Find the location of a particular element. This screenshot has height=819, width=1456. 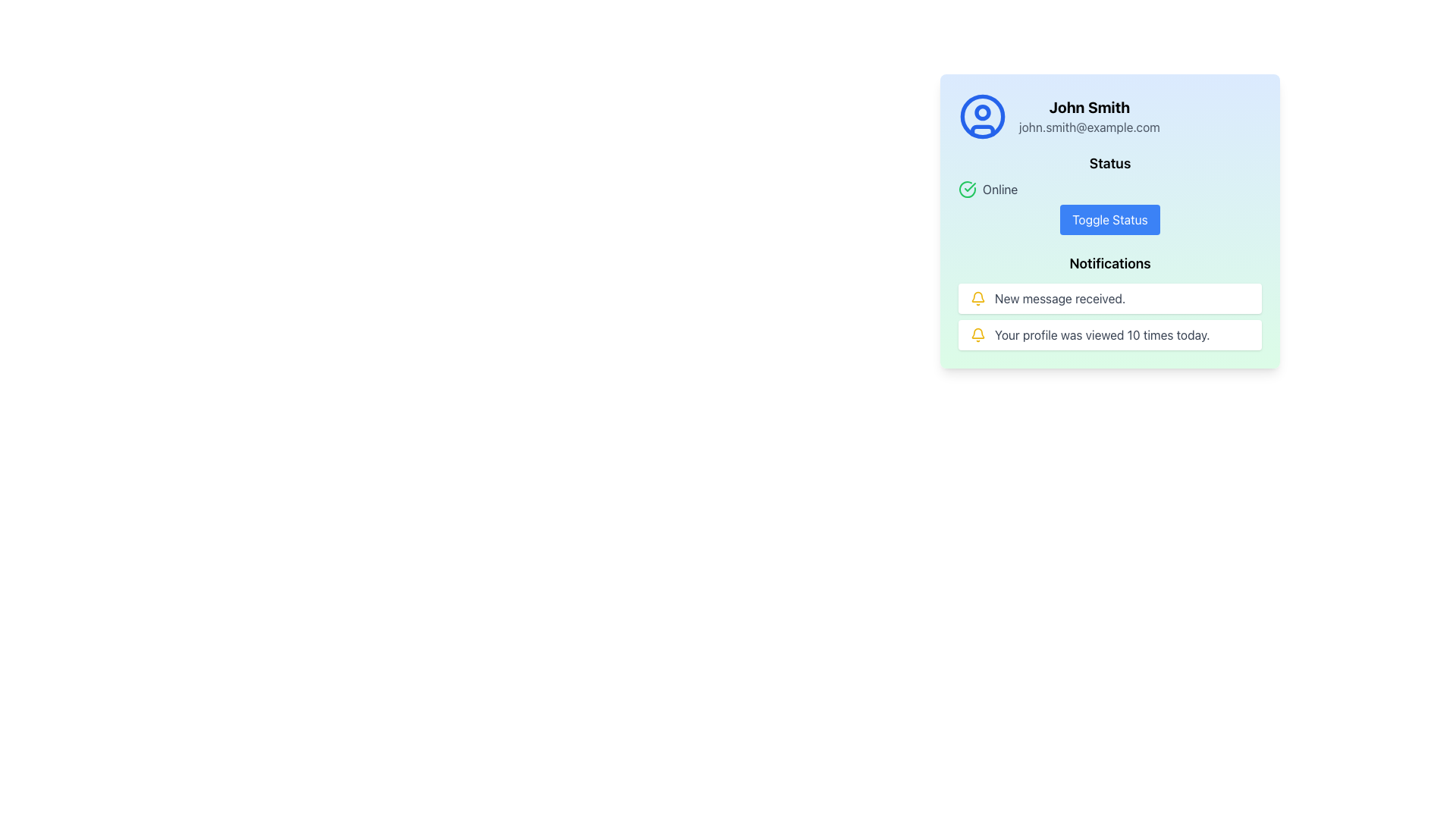

the green circular icon with a checkmark symbol that indicates user status, located to the left of the 'Online' text is located at coordinates (967, 189).